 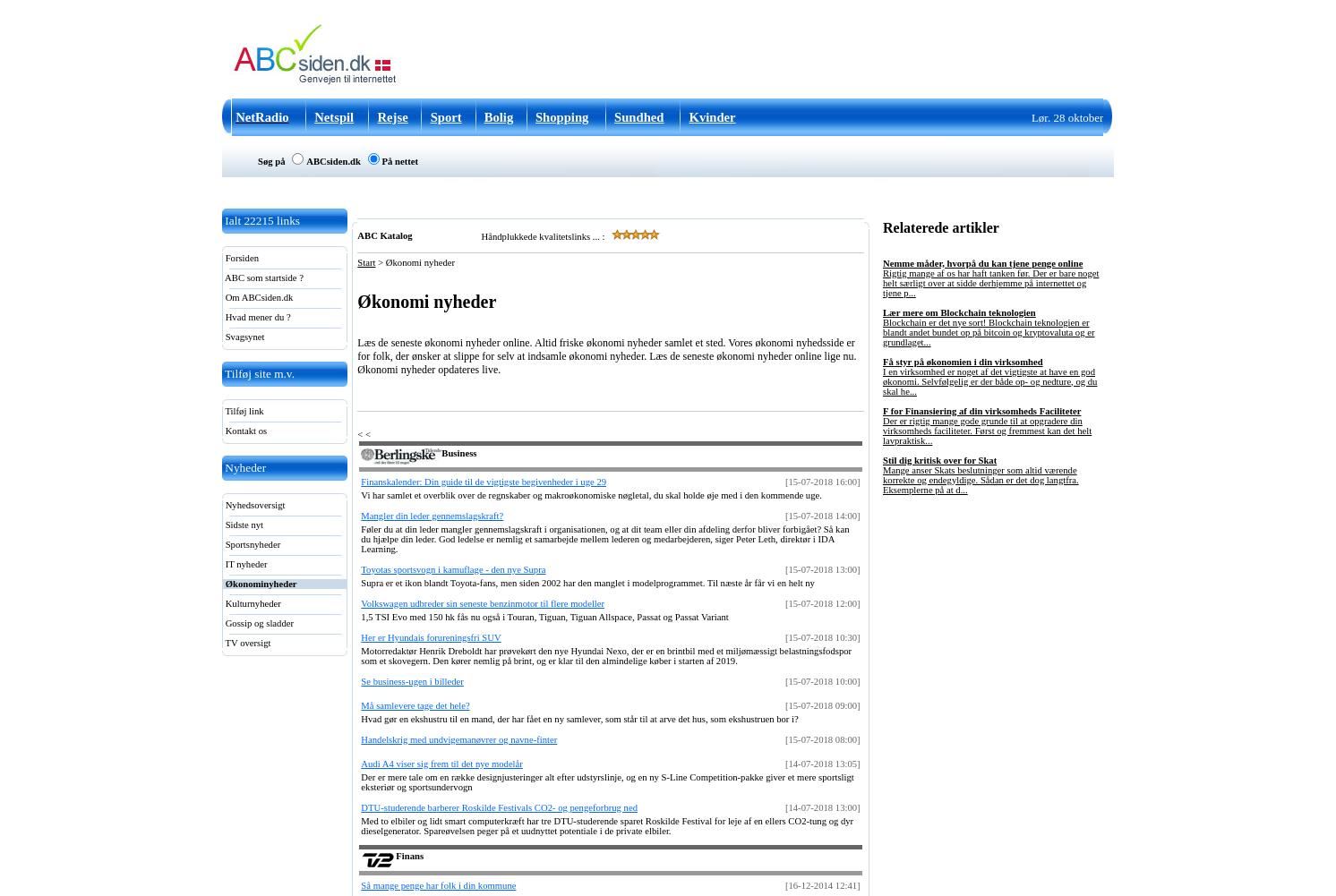 I want to click on '>', so click(x=373, y=261).